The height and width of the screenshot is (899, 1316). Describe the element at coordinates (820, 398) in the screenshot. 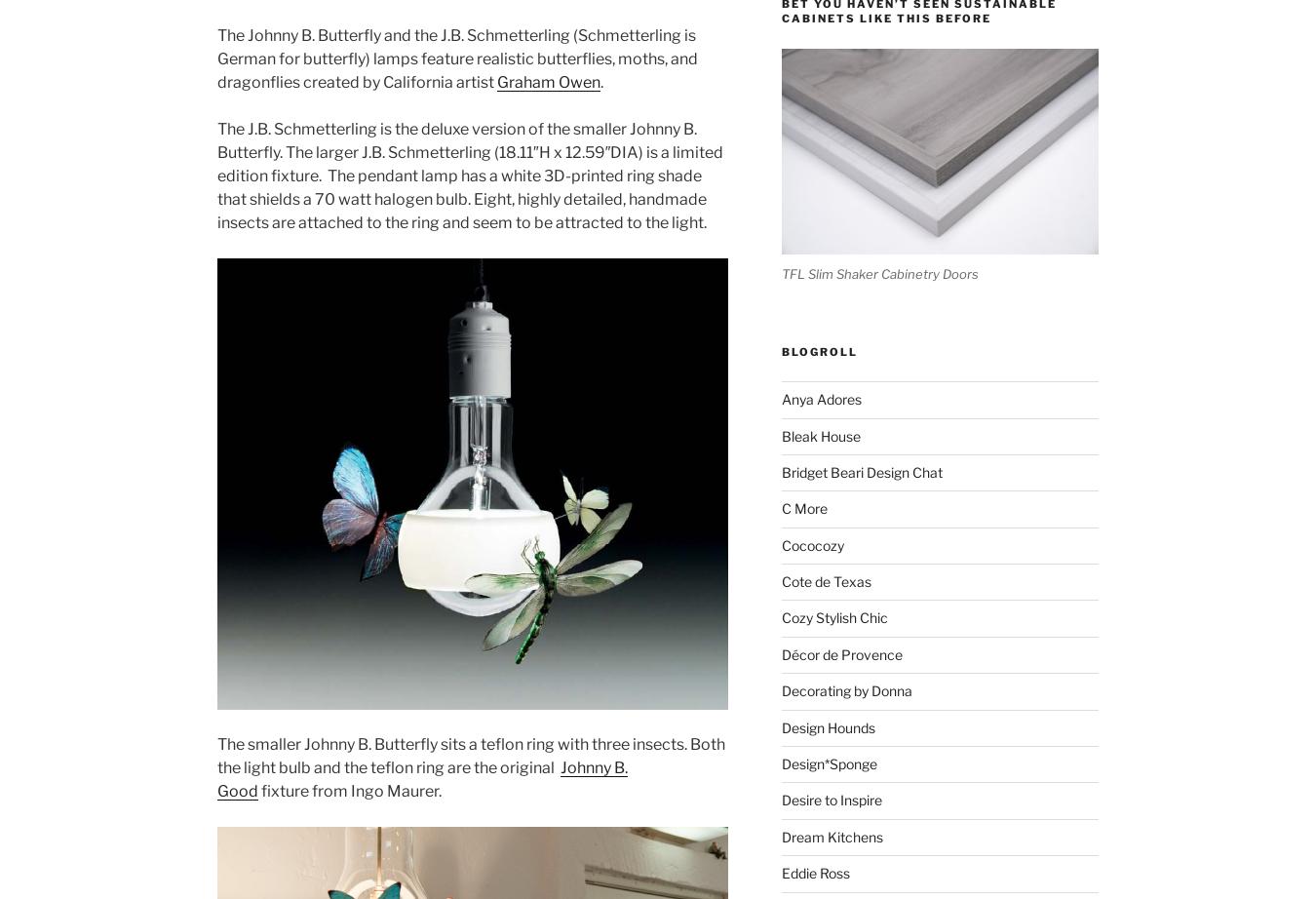

I see `'Anya Adores'` at that location.